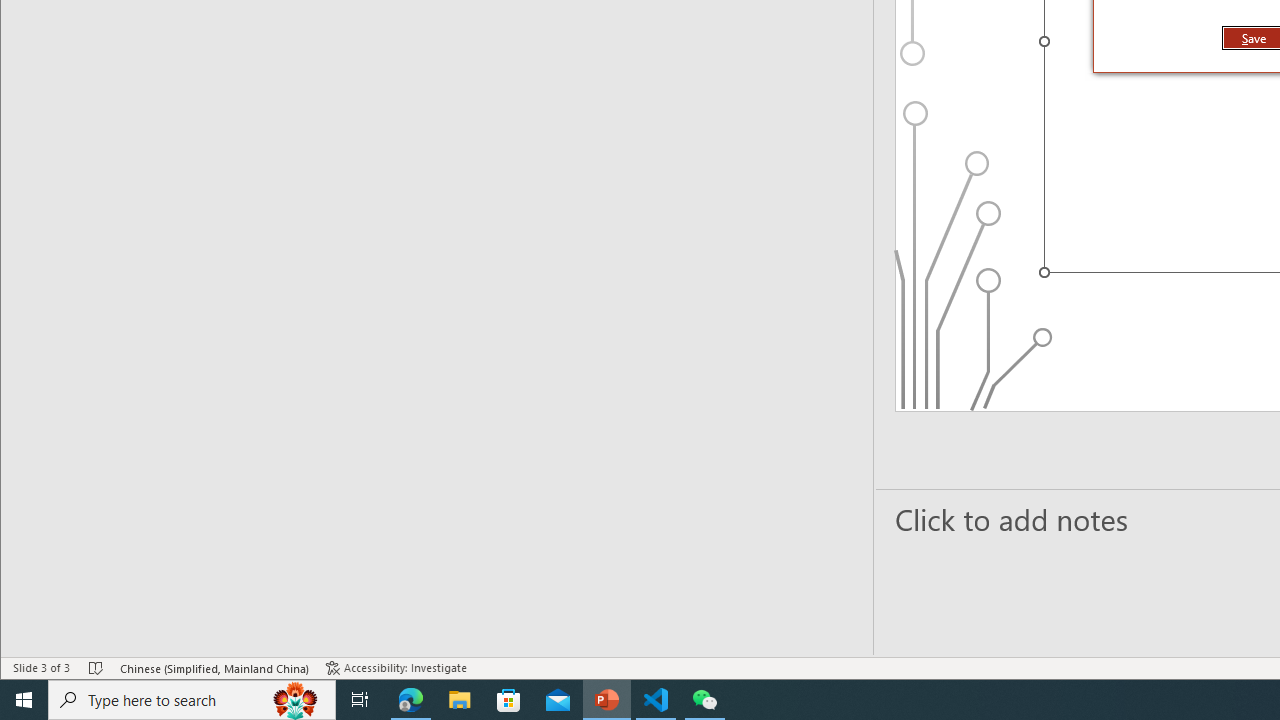 This screenshot has height=720, width=1280. Describe the element at coordinates (459, 698) in the screenshot. I see `'File Explorer'` at that location.